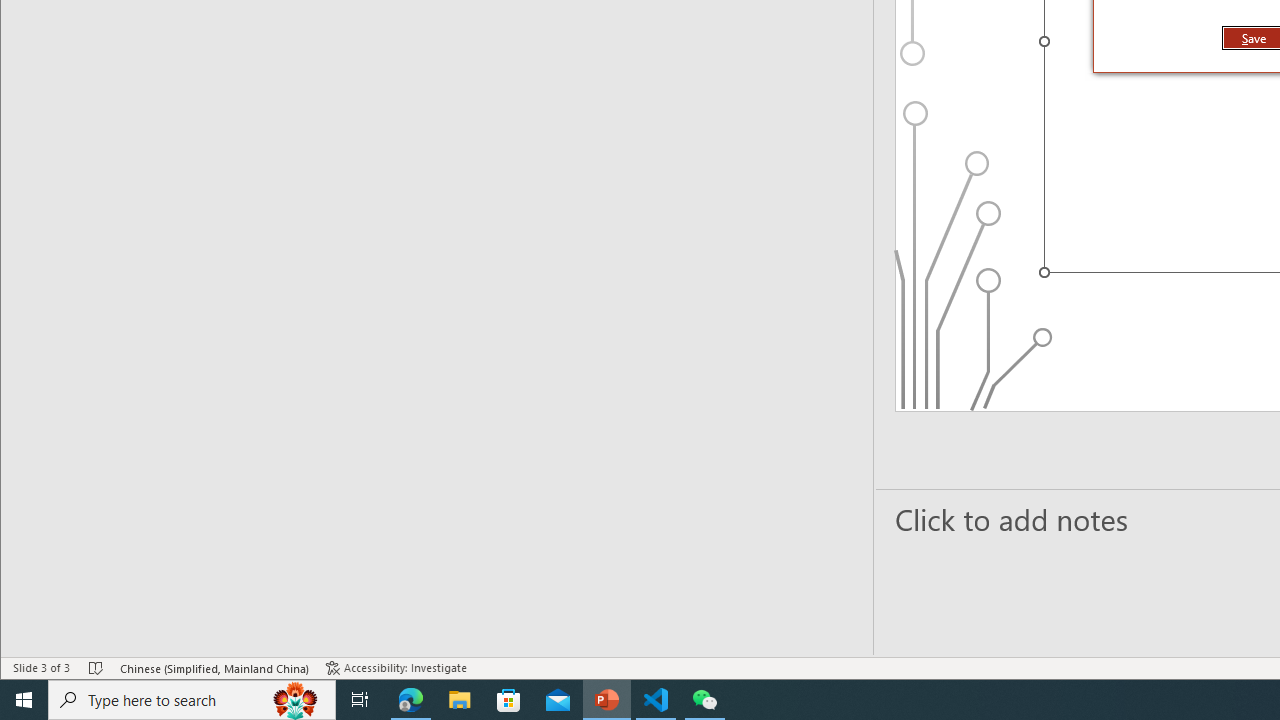 This screenshot has height=720, width=1280. Describe the element at coordinates (459, 698) in the screenshot. I see `'File Explorer'` at that location.